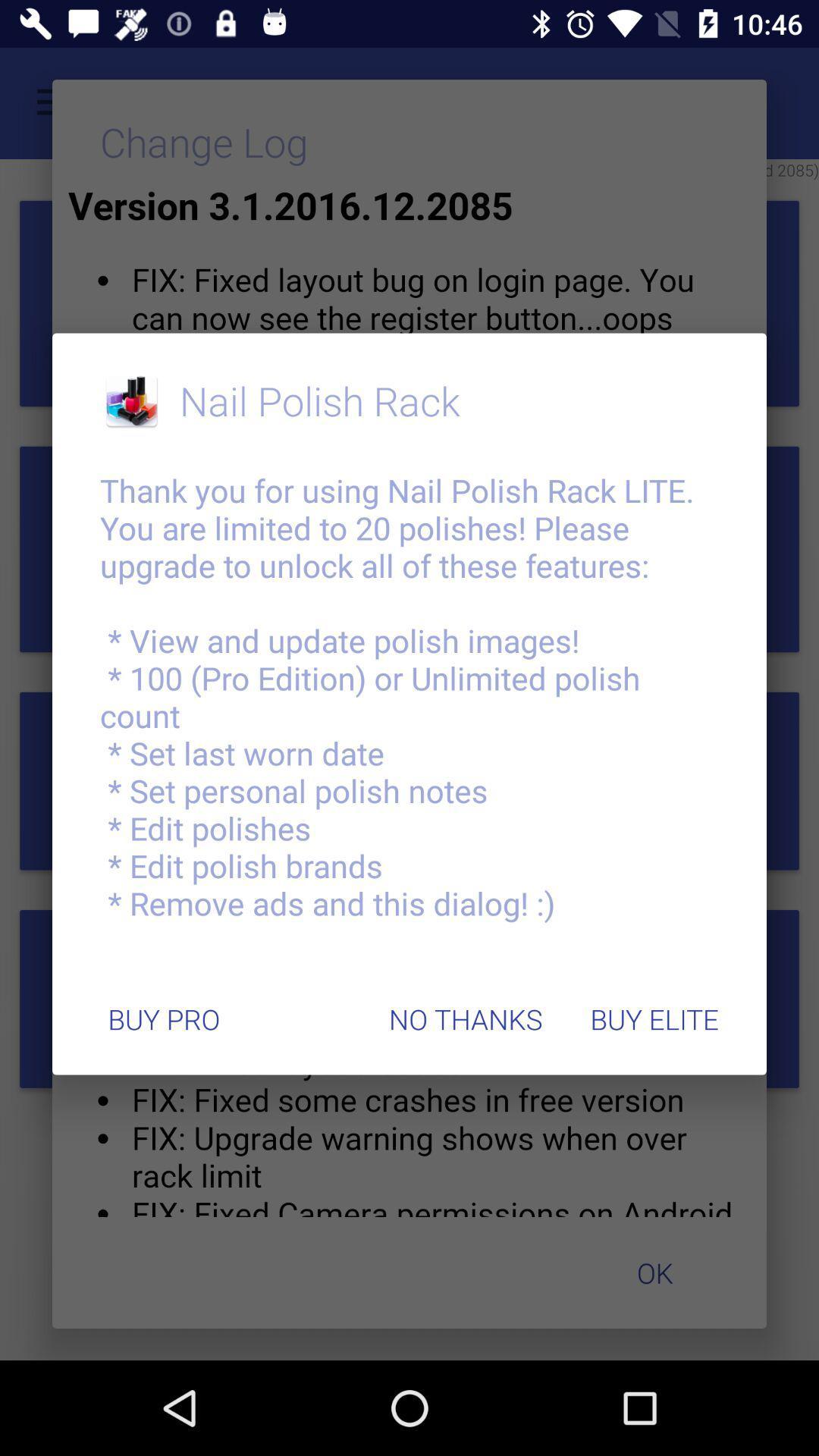 The height and width of the screenshot is (1456, 819). Describe the element at coordinates (465, 1019) in the screenshot. I see `icon next to buy pro item` at that location.